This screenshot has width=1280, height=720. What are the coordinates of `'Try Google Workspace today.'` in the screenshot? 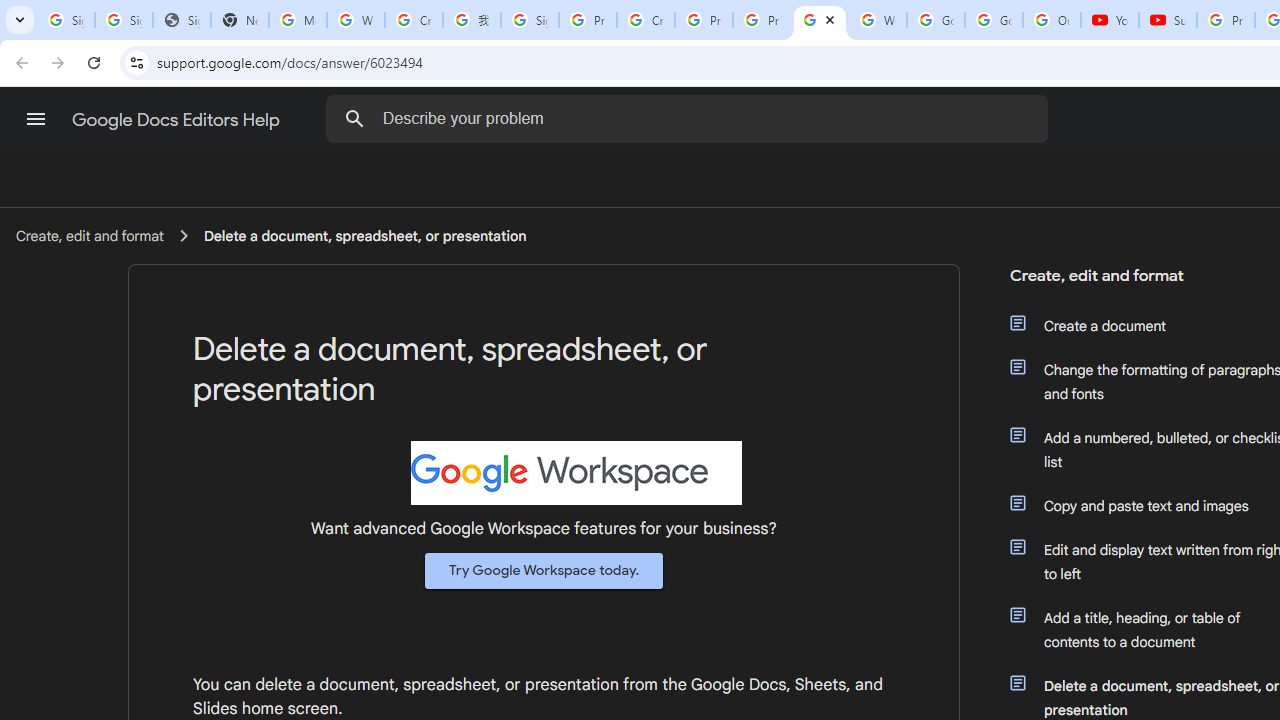 It's located at (544, 570).